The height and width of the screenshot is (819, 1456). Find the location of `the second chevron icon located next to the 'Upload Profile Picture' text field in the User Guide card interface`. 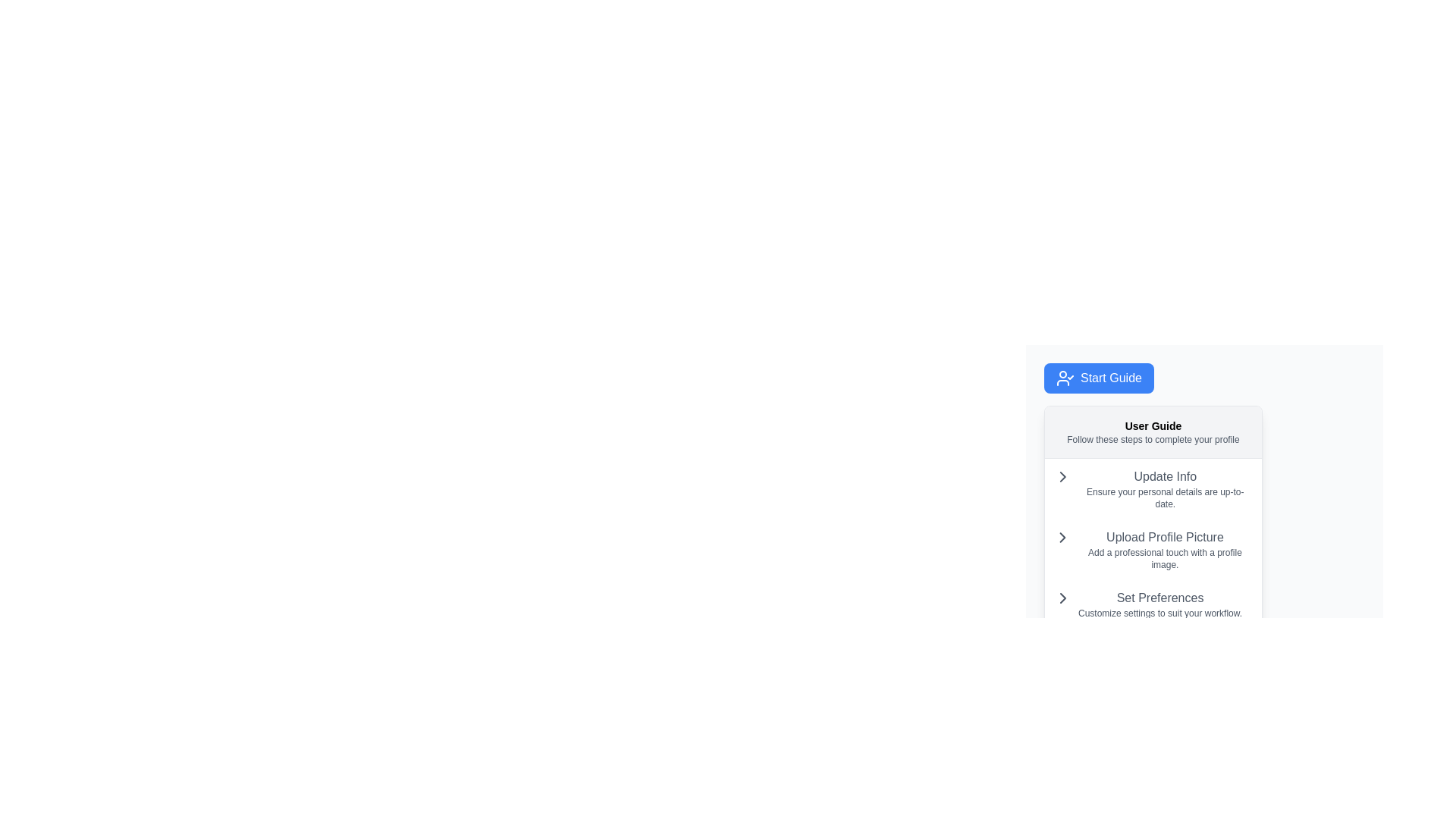

the second chevron icon located next to the 'Upload Profile Picture' text field in the User Guide card interface is located at coordinates (1062, 537).